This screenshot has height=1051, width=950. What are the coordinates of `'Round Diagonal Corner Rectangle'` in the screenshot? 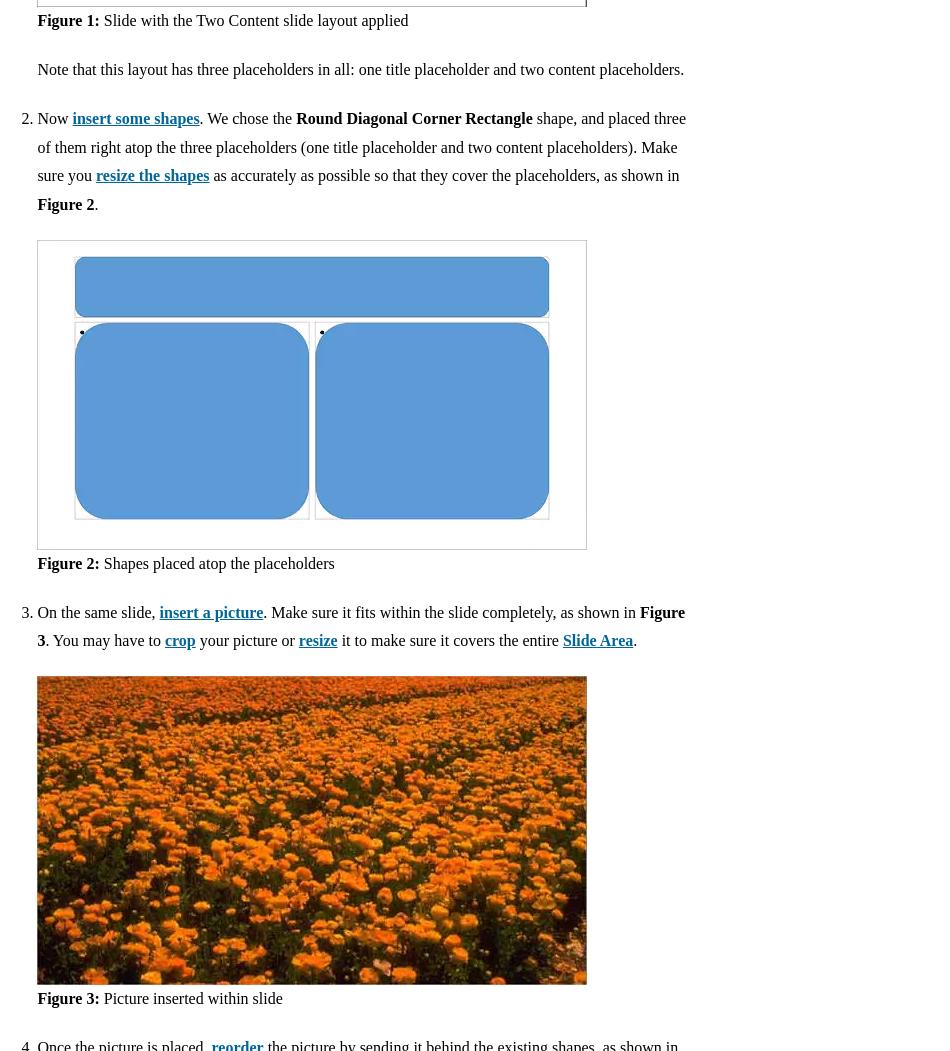 It's located at (413, 117).